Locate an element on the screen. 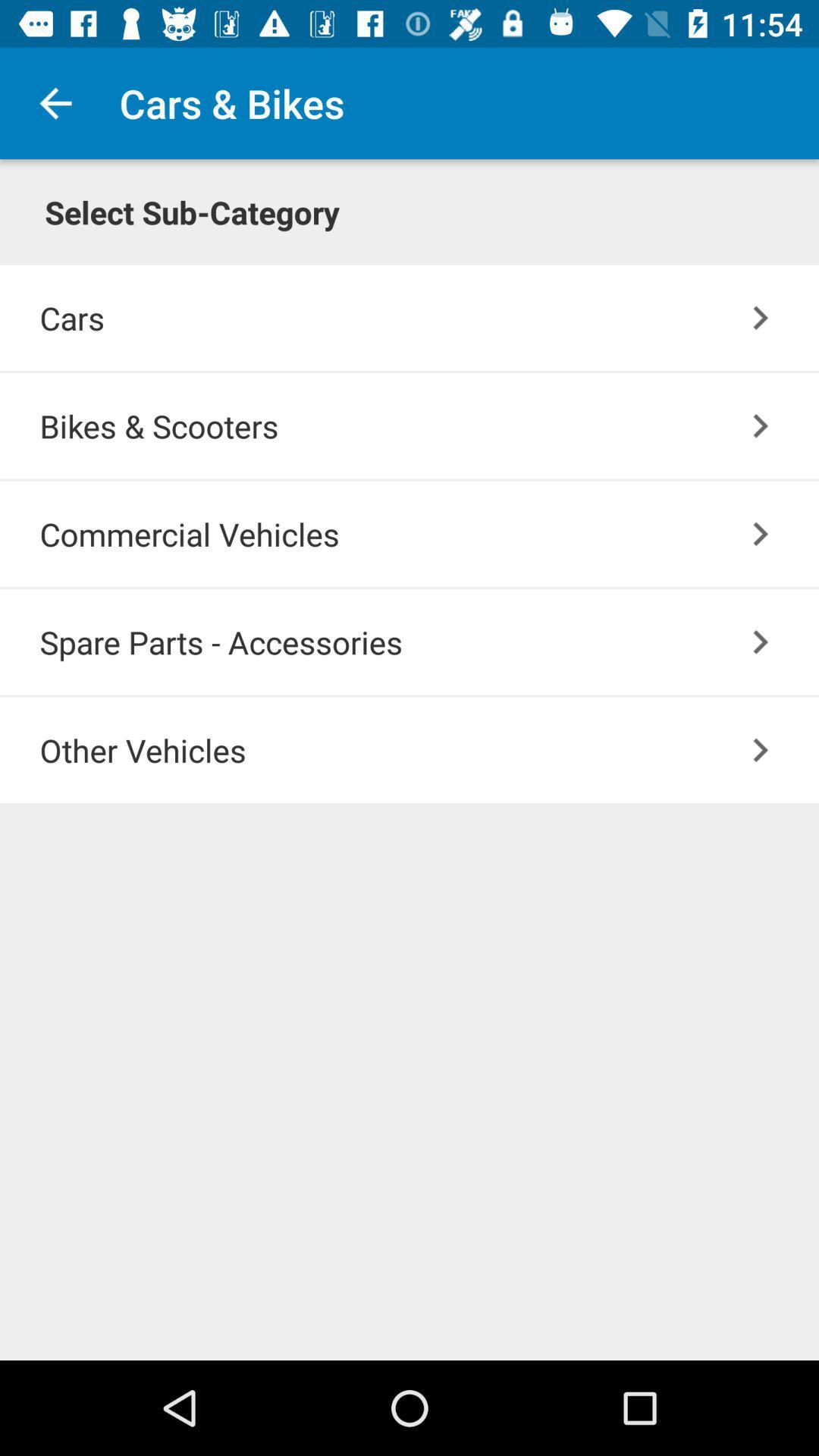  the item to the left of cars & bikes icon is located at coordinates (55, 102).